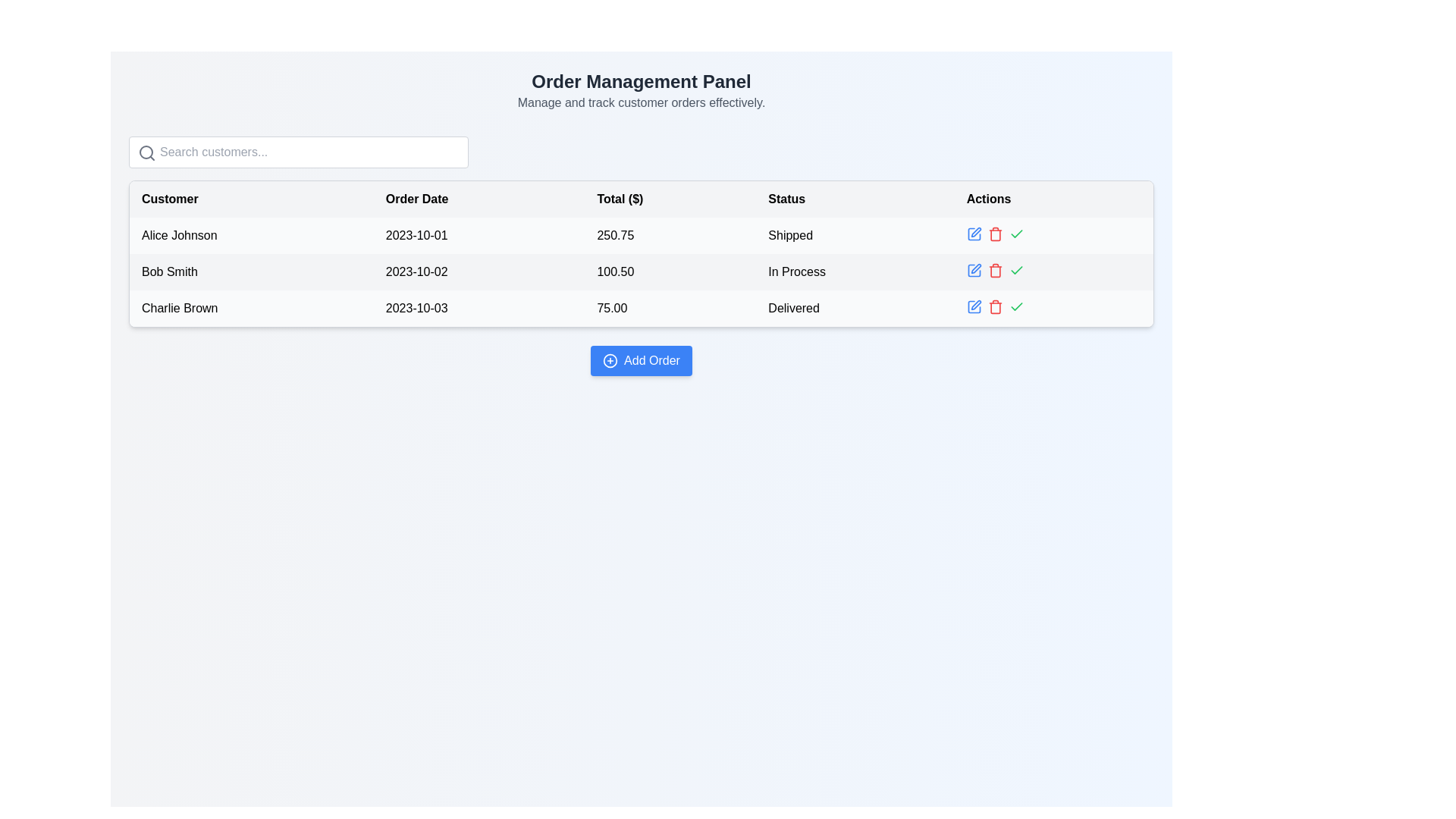 The width and height of the screenshot is (1456, 819). Describe the element at coordinates (1016, 269) in the screenshot. I see `the checkmark icon in the 'Actions' column of the second row of the data table, which indicates 'In Process' status` at that location.